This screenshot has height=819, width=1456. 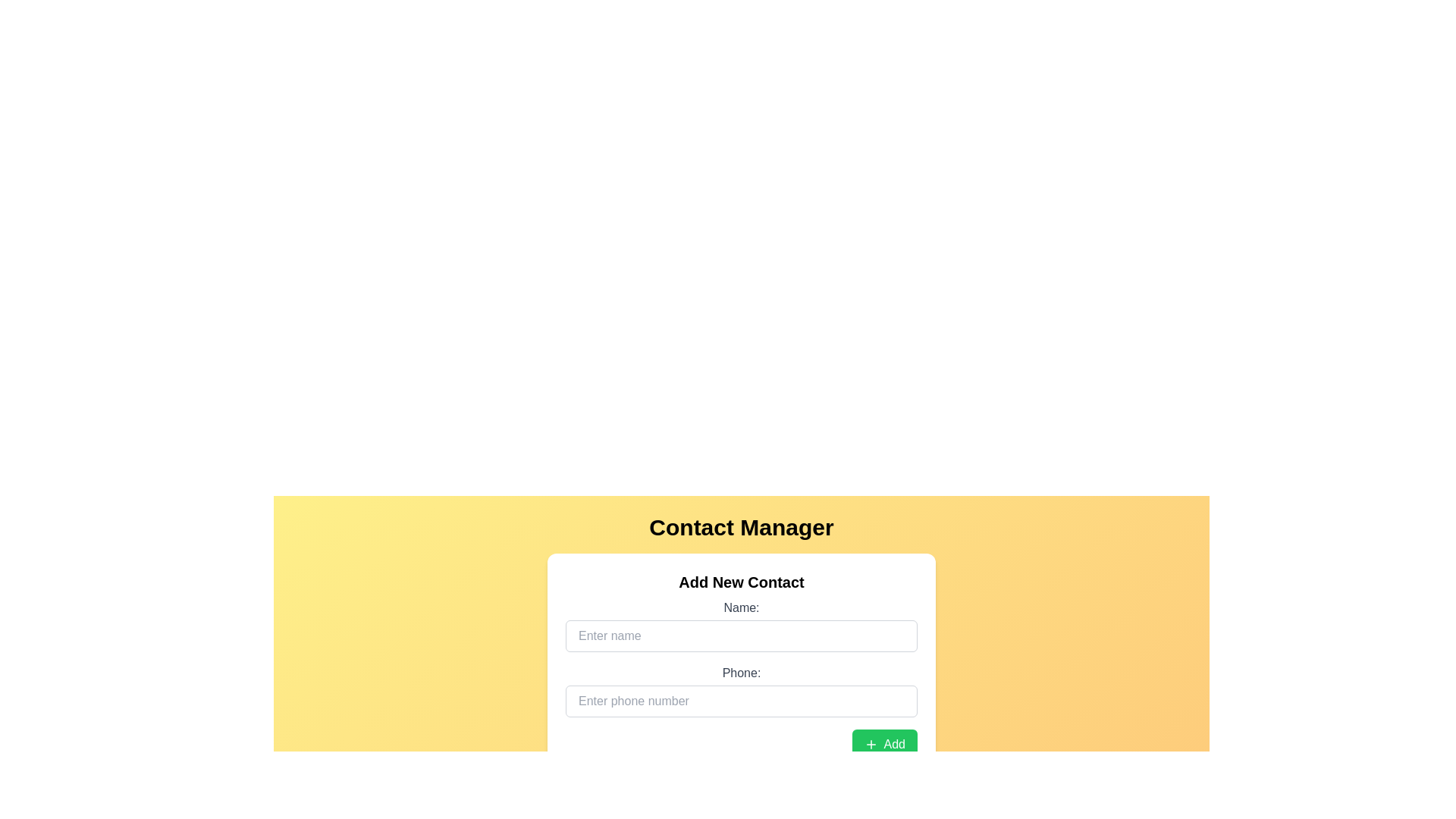 What do you see at coordinates (884, 744) in the screenshot?
I see `the submit button located in the bottom-right corner of the 'Add New Contact' modal` at bounding box center [884, 744].